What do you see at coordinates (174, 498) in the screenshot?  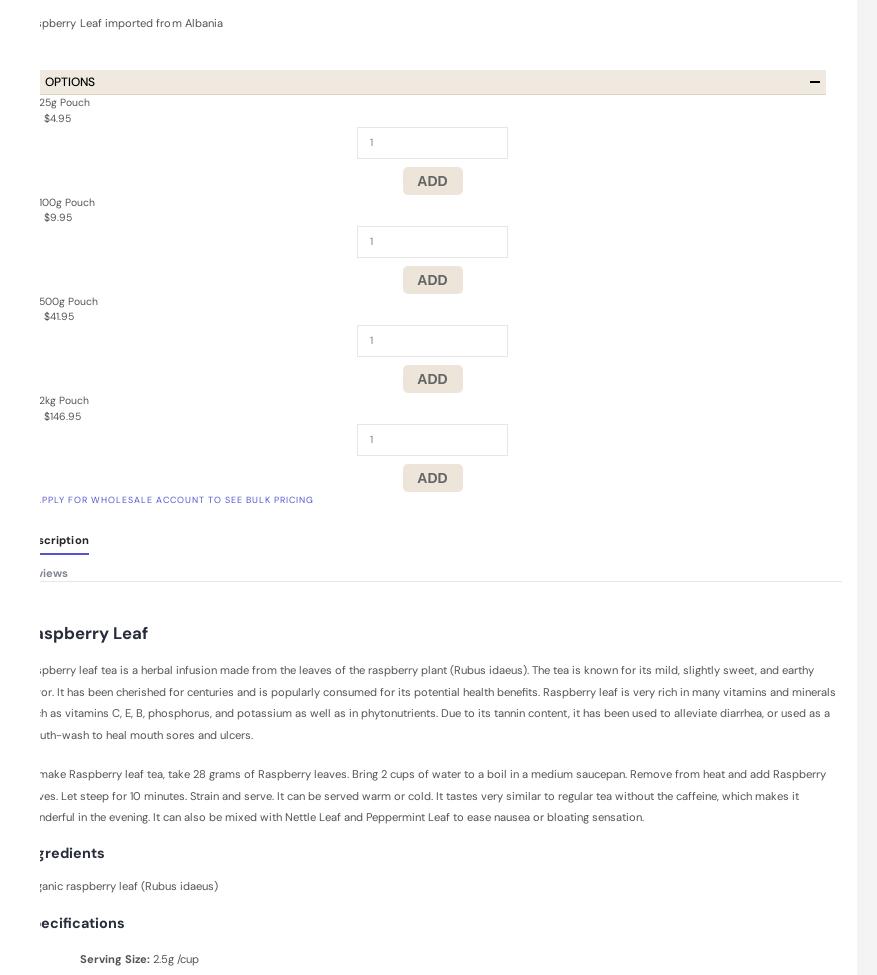 I see `'Apply for wholesale account to see bulk pricing'` at bounding box center [174, 498].